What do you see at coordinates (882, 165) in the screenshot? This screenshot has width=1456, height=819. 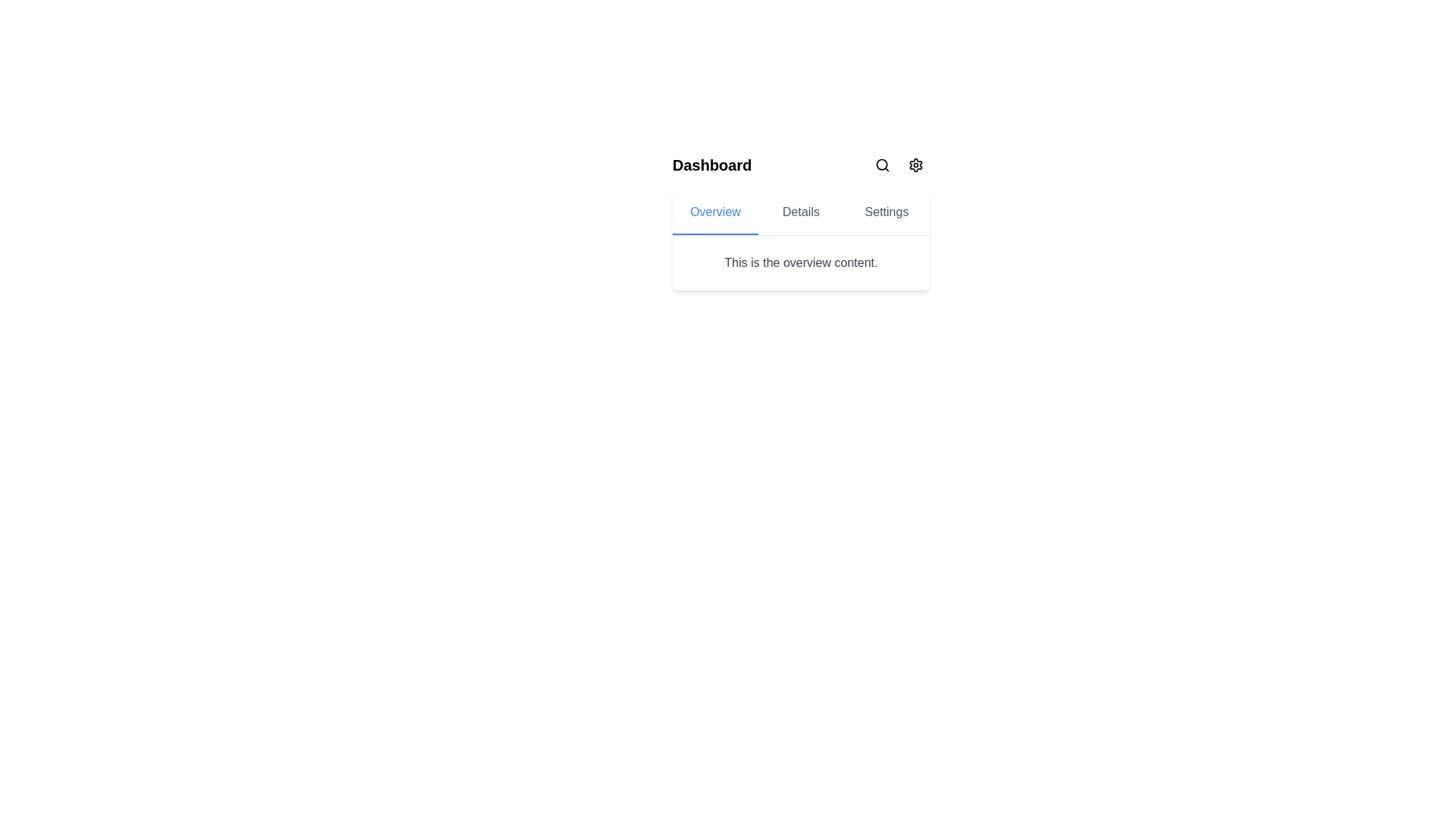 I see `the circular icon that represents the search functionality, which is part of a magnifying glass graphic located next to the 'Dashboard' text at the top of the interface` at bounding box center [882, 165].